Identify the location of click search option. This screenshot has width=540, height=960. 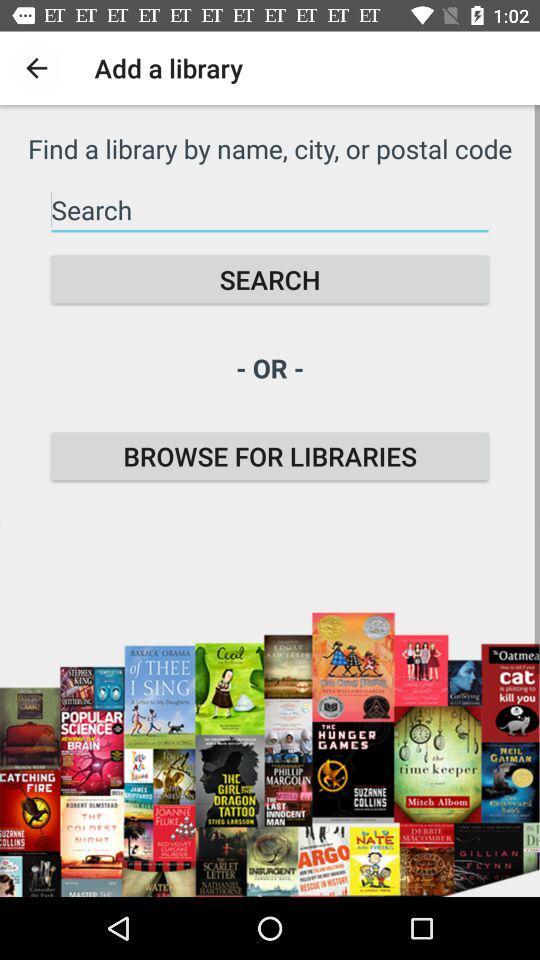
(270, 210).